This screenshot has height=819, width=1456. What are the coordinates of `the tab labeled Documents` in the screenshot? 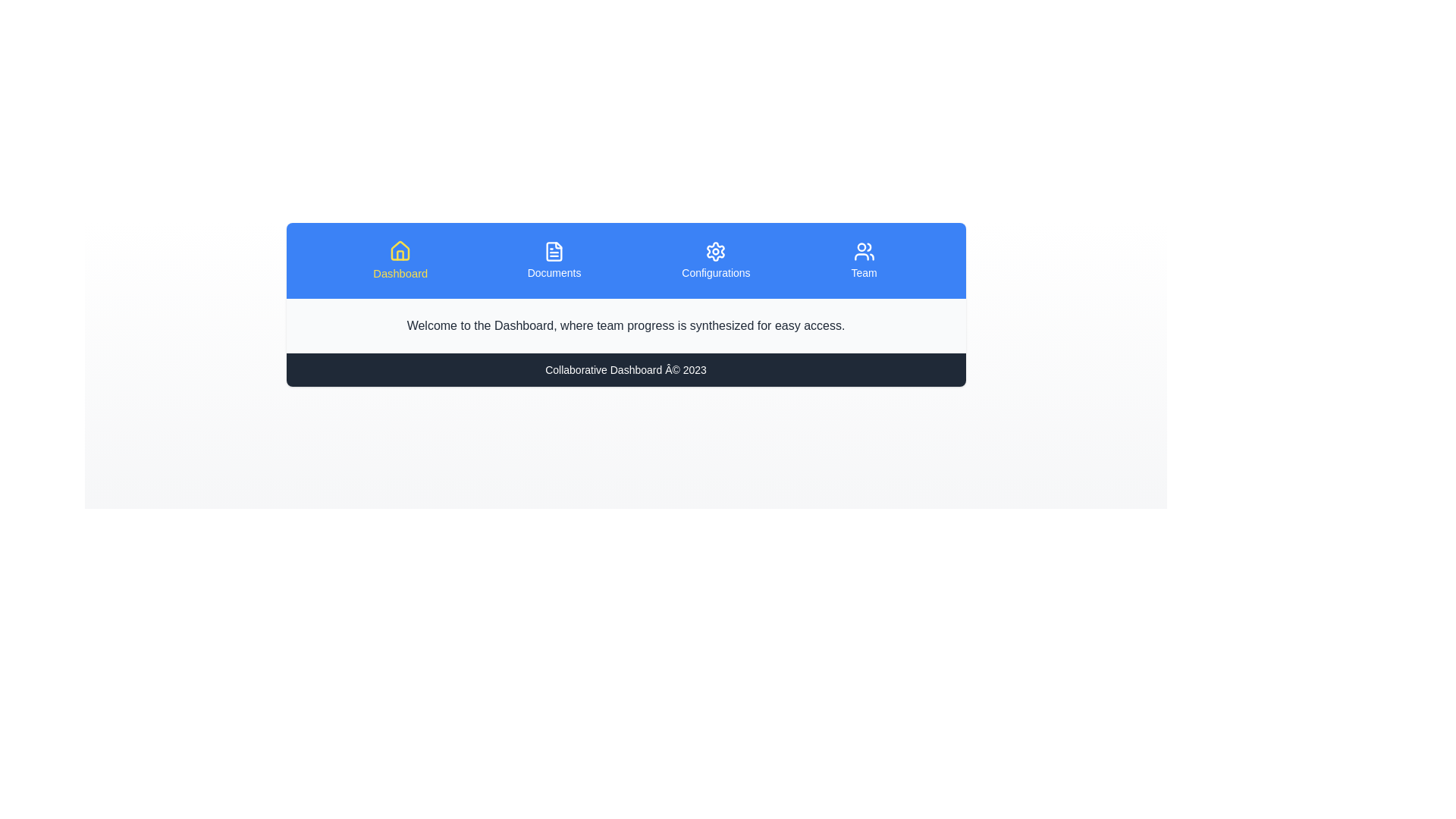 It's located at (554, 259).